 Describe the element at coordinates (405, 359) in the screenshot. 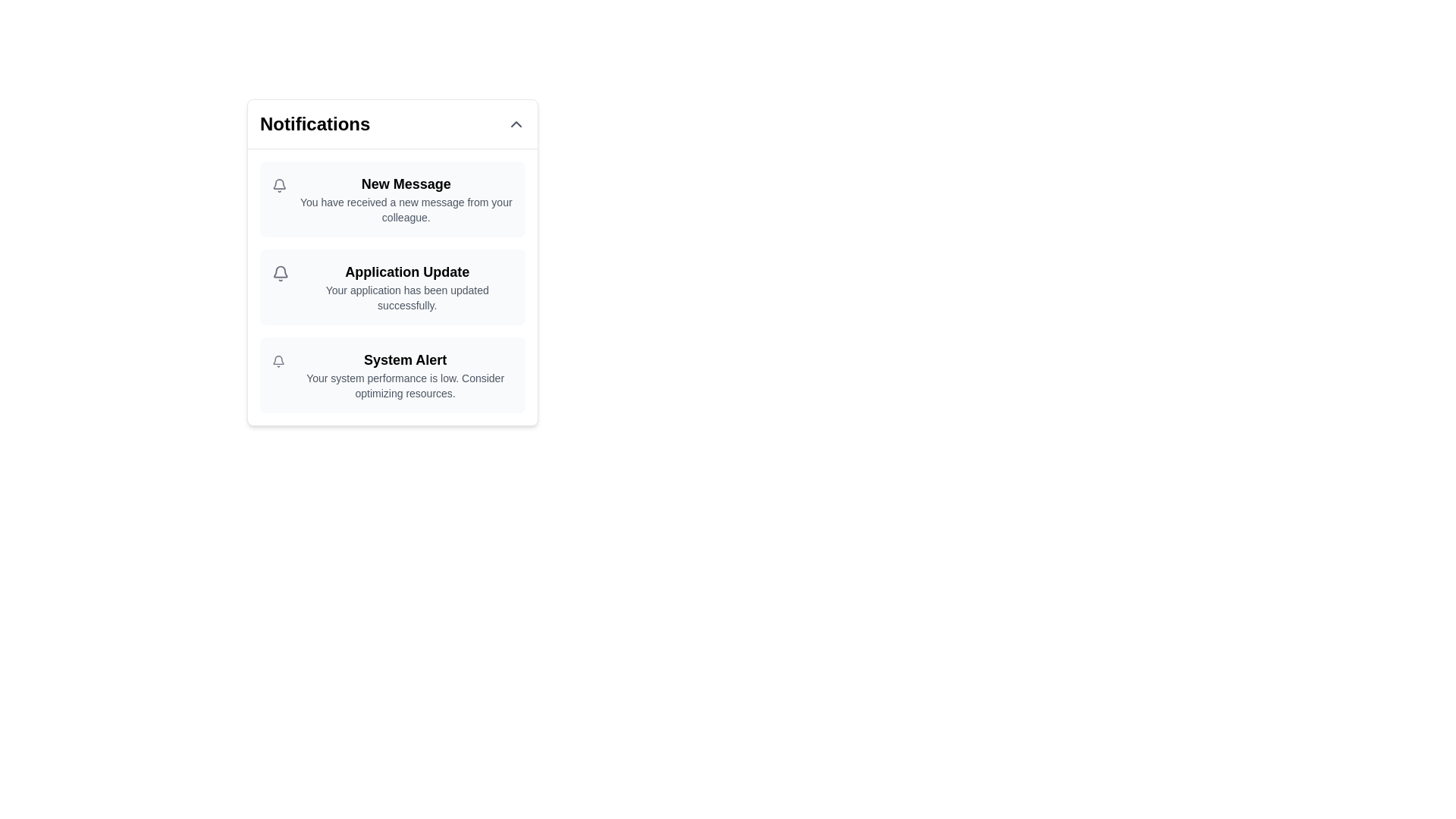

I see `the 'System Alert' text label, which is styled in bold and larger font, positioned as the heading within the last item in the list of notifications` at that location.